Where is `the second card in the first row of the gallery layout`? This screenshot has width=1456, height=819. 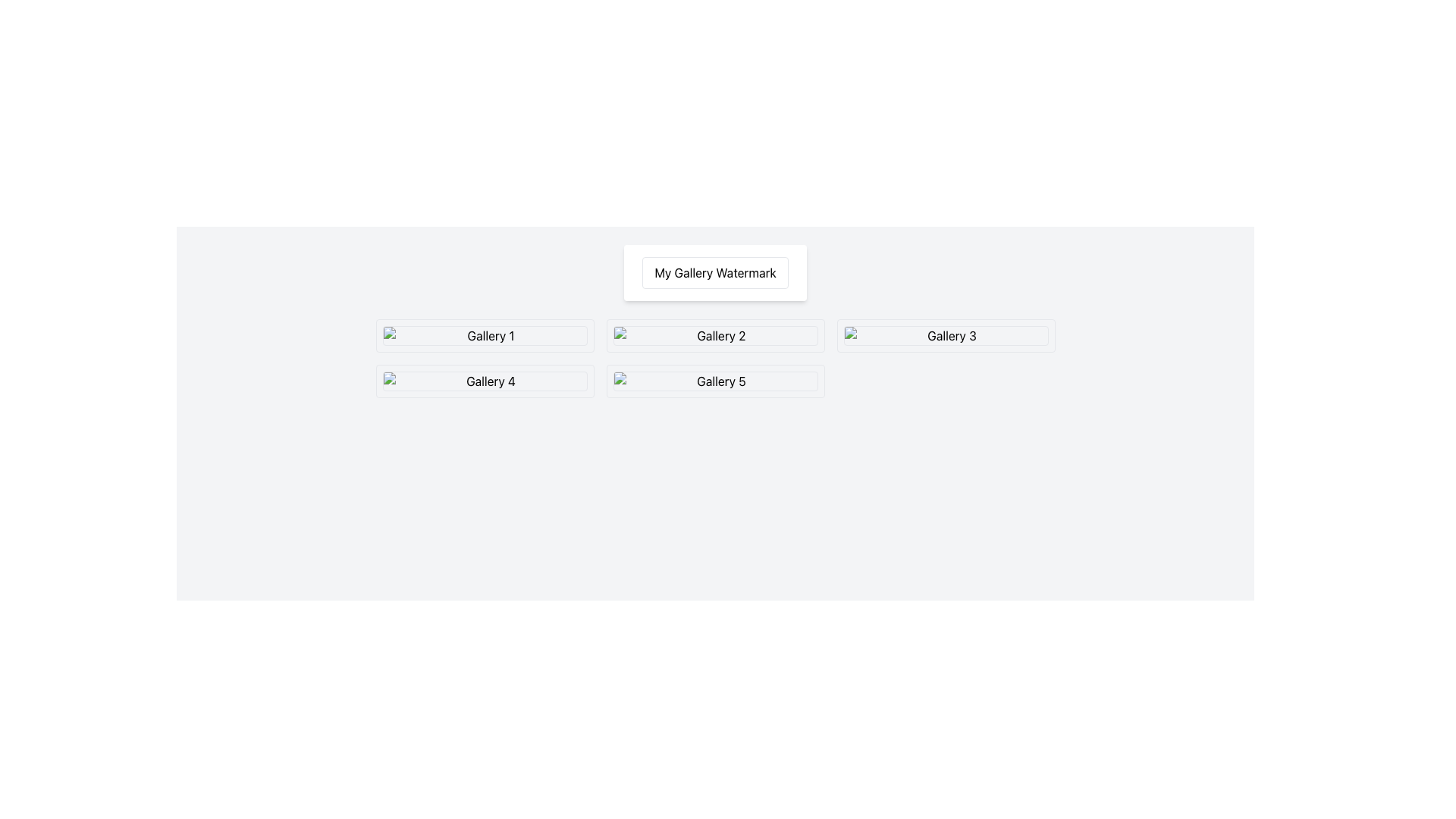
the second card in the first row of the gallery layout is located at coordinates (714, 335).